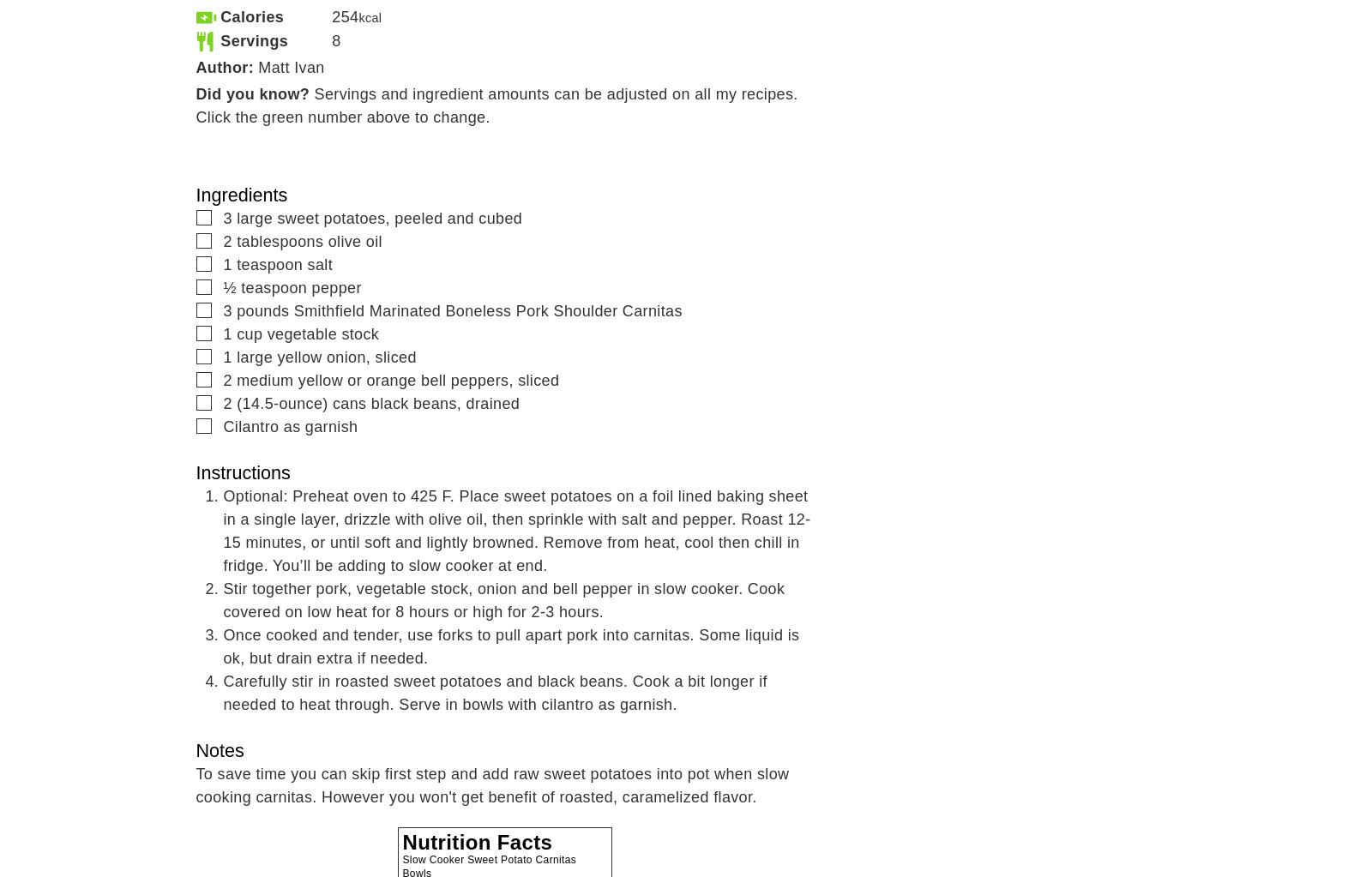 The width and height of the screenshot is (1372, 877). Describe the element at coordinates (223, 426) in the screenshot. I see `'Cilantro as garnish'` at that location.